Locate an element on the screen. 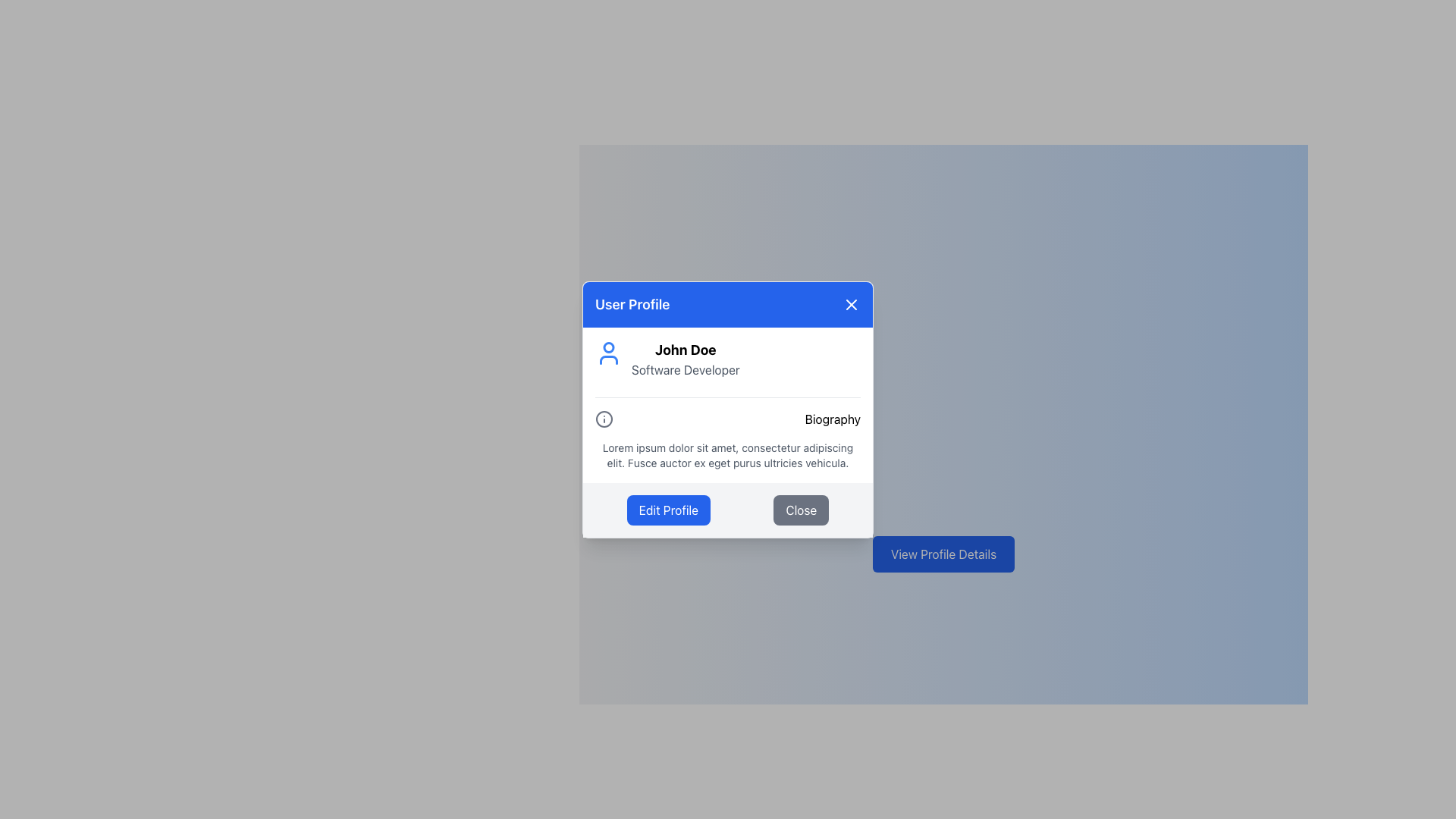  the user profile button located at the bottom-right of the modal interface to trigger the hover effect is located at coordinates (943, 554).